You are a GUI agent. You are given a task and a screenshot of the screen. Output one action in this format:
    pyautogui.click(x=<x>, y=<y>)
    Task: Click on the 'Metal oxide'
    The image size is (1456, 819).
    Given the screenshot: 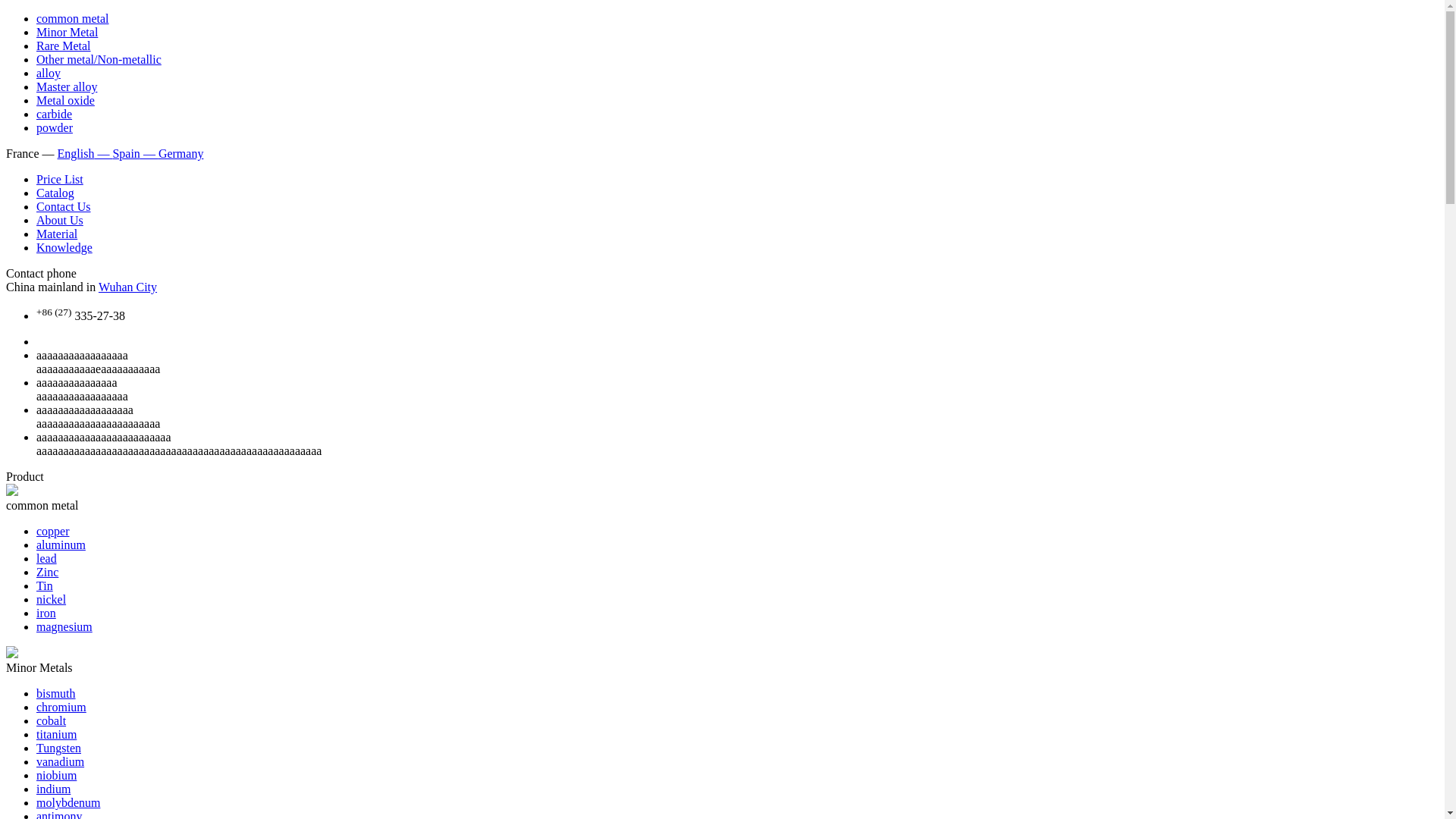 What is the action you would take?
    pyautogui.click(x=36, y=100)
    